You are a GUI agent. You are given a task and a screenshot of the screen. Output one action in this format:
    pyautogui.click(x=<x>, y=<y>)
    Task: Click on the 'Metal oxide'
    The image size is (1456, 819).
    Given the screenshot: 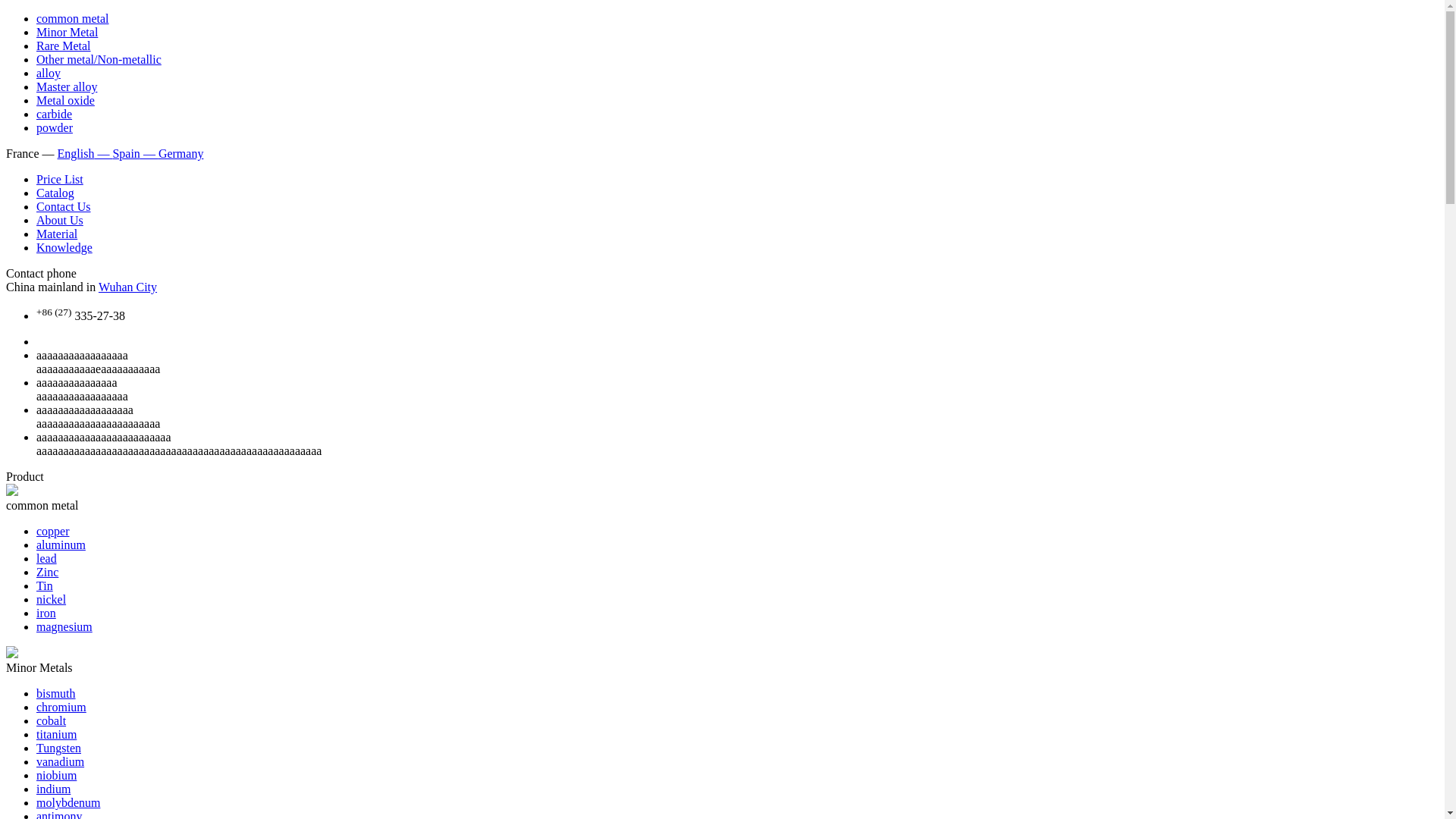 What is the action you would take?
    pyautogui.click(x=36, y=100)
    